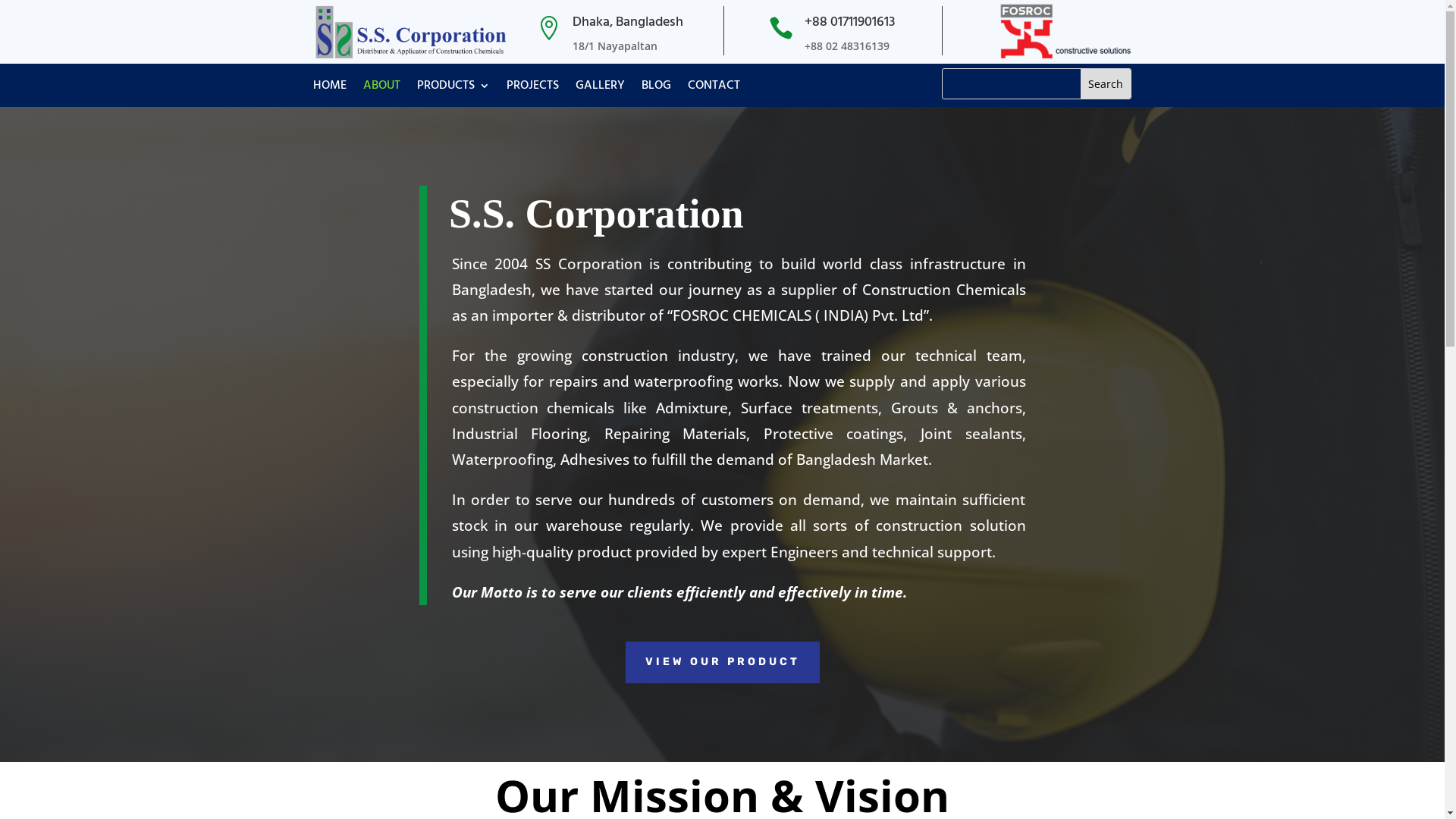 The image size is (1456, 819). I want to click on 'PRODUCTS', so click(453, 88).